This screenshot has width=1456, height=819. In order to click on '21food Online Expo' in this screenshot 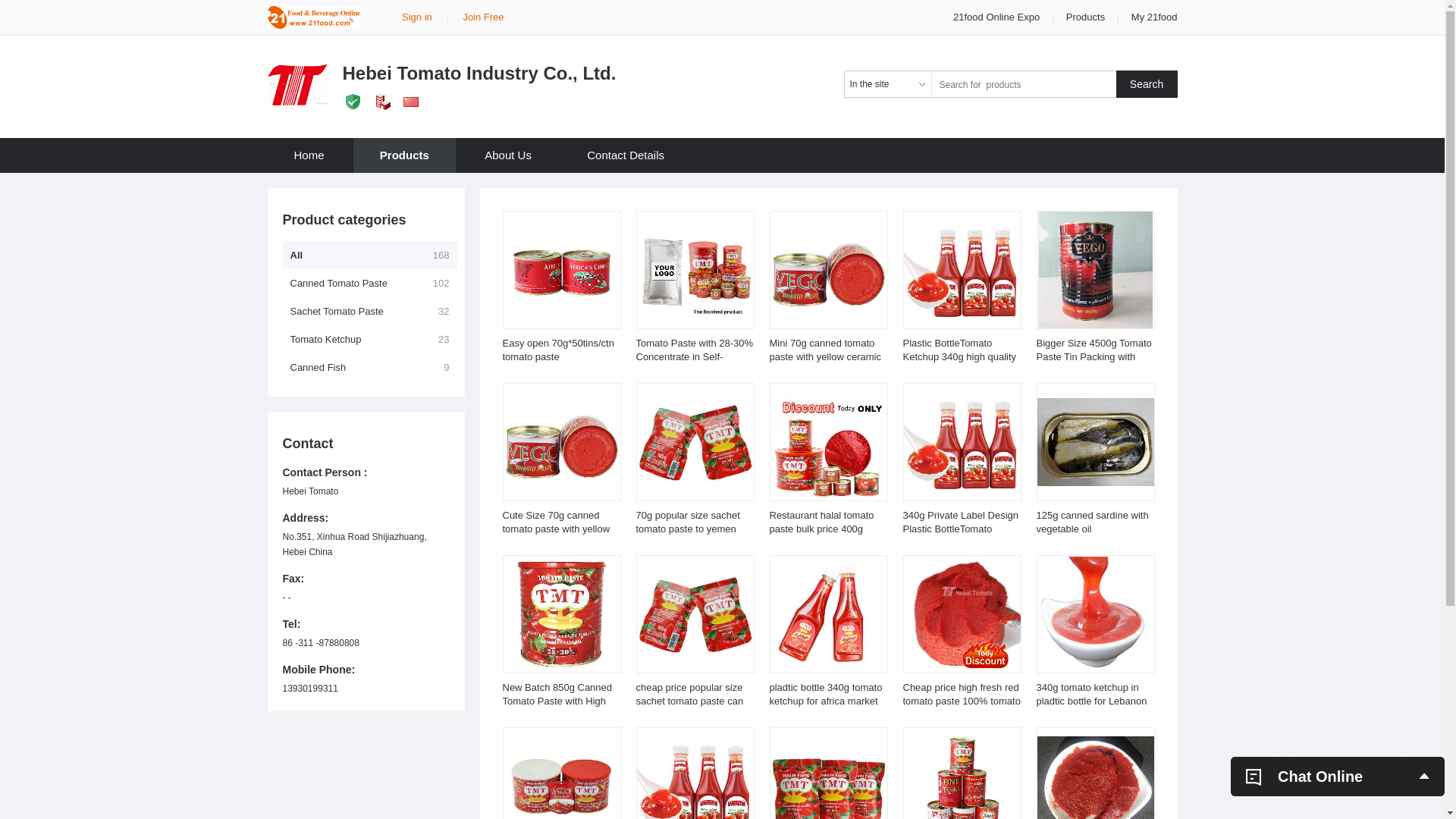, I will do `click(952, 17)`.